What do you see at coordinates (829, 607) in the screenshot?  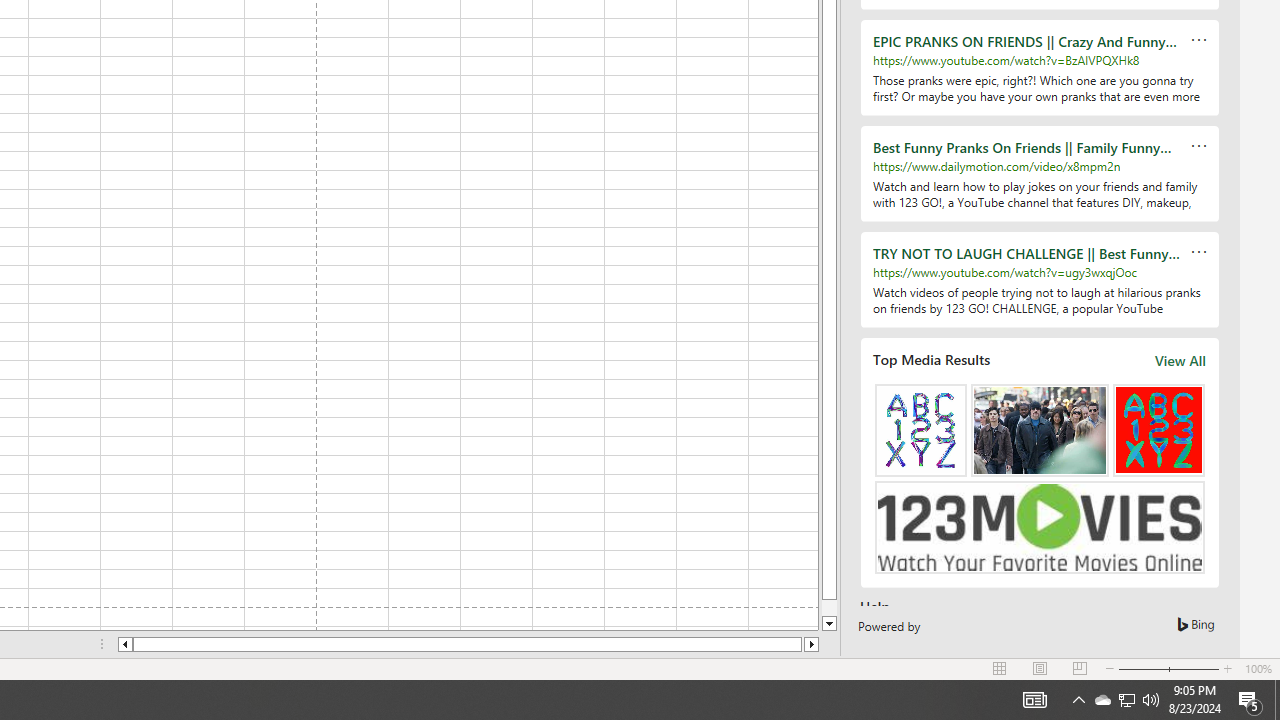 I see `'Page down'` at bounding box center [829, 607].